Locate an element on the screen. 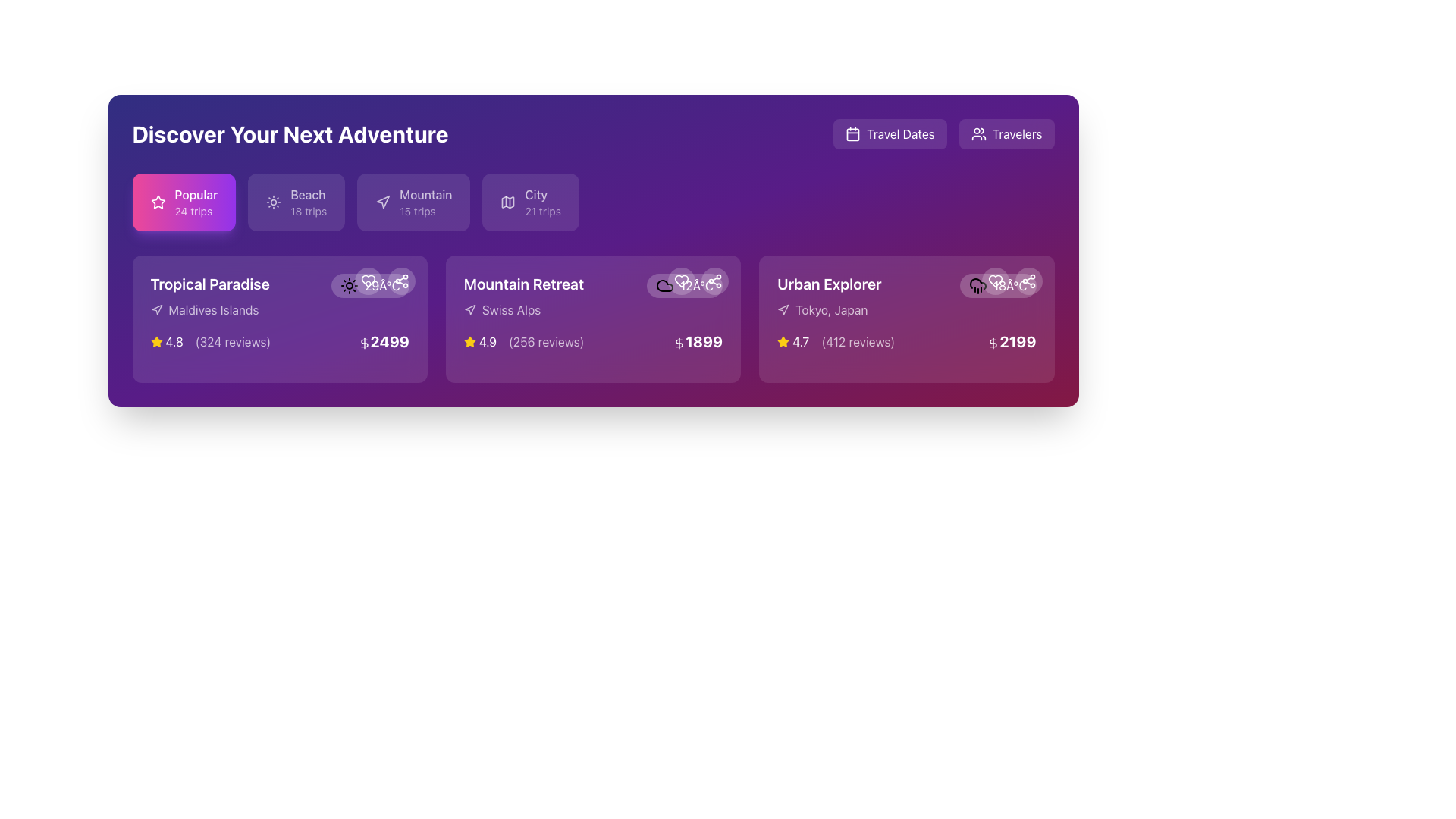  the share icon located within the circular button for sharing content related to the Tropical Paradise destination, situated between the heart icon and the sun icon at the top-right corner of the card is located at coordinates (401, 281).